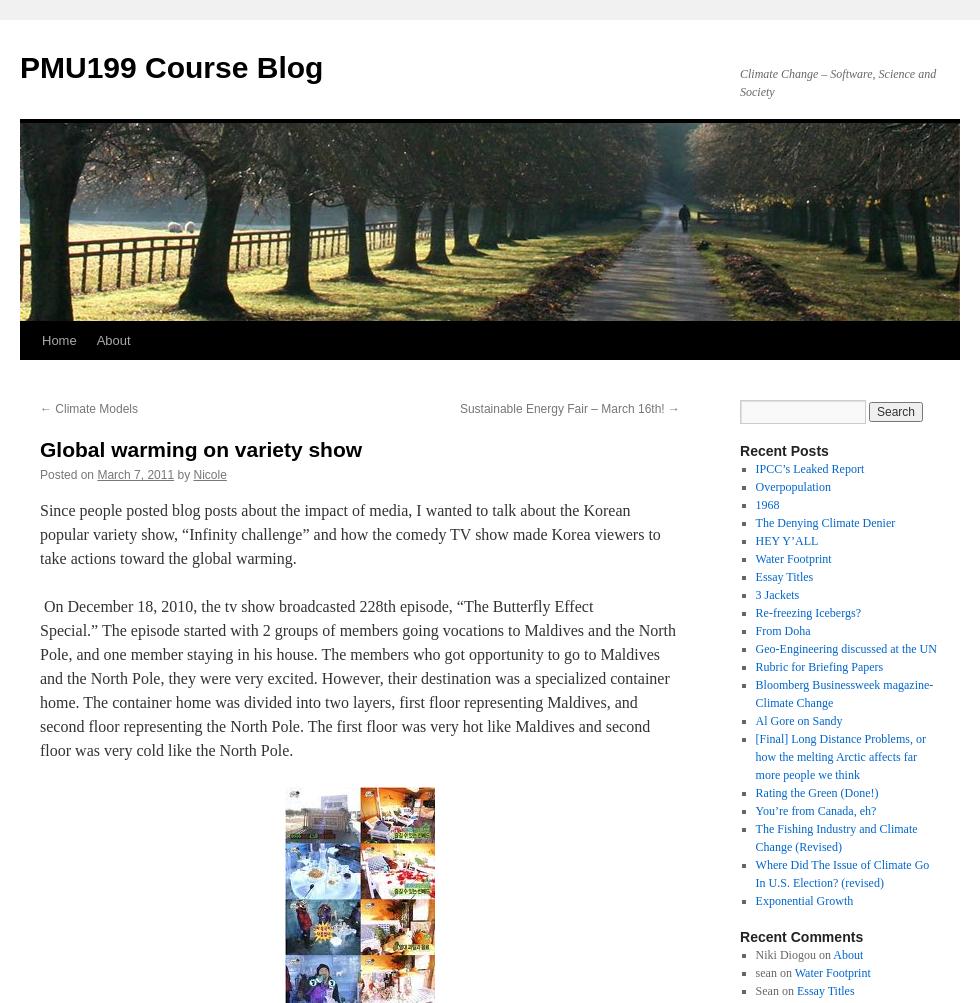  Describe the element at coordinates (816, 791) in the screenshot. I see `'Rating the Green (Done!)'` at that location.